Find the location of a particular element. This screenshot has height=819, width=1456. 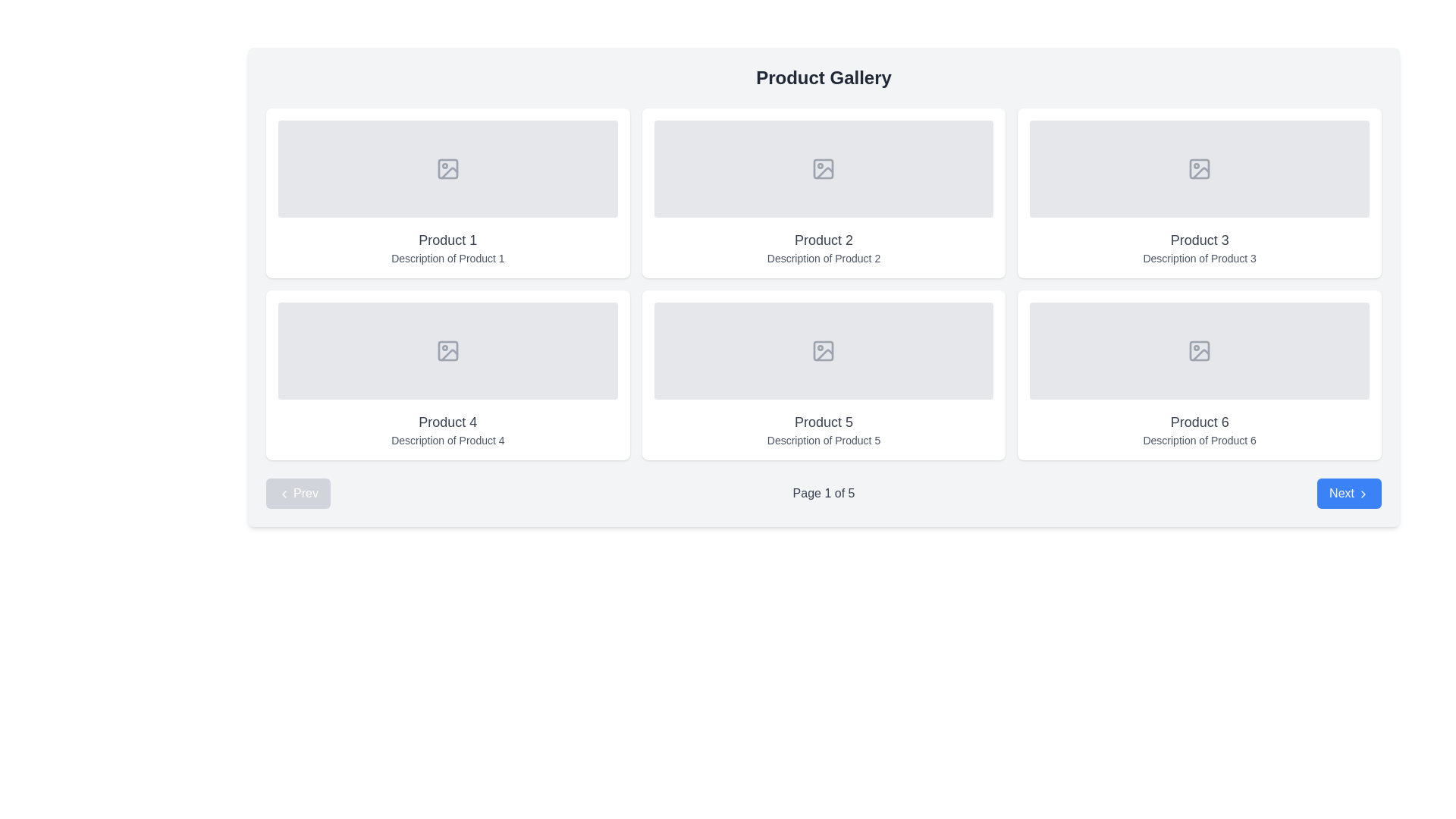

product card for Product 6 located in the third column of the second row in a 3x2 grid layout is located at coordinates (1199, 375).